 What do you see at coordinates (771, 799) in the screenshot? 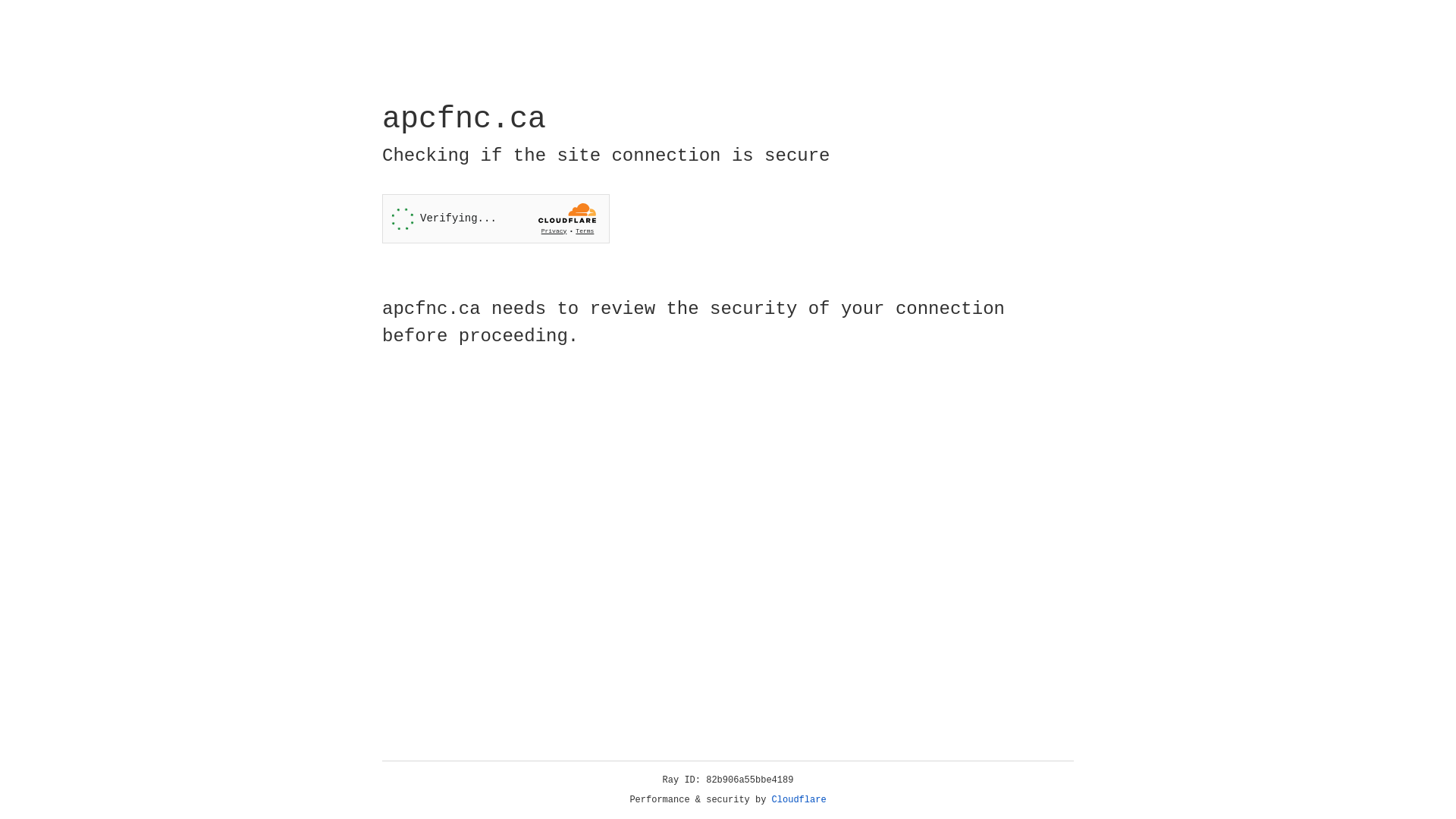
I see `'Cloudflare'` at bounding box center [771, 799].